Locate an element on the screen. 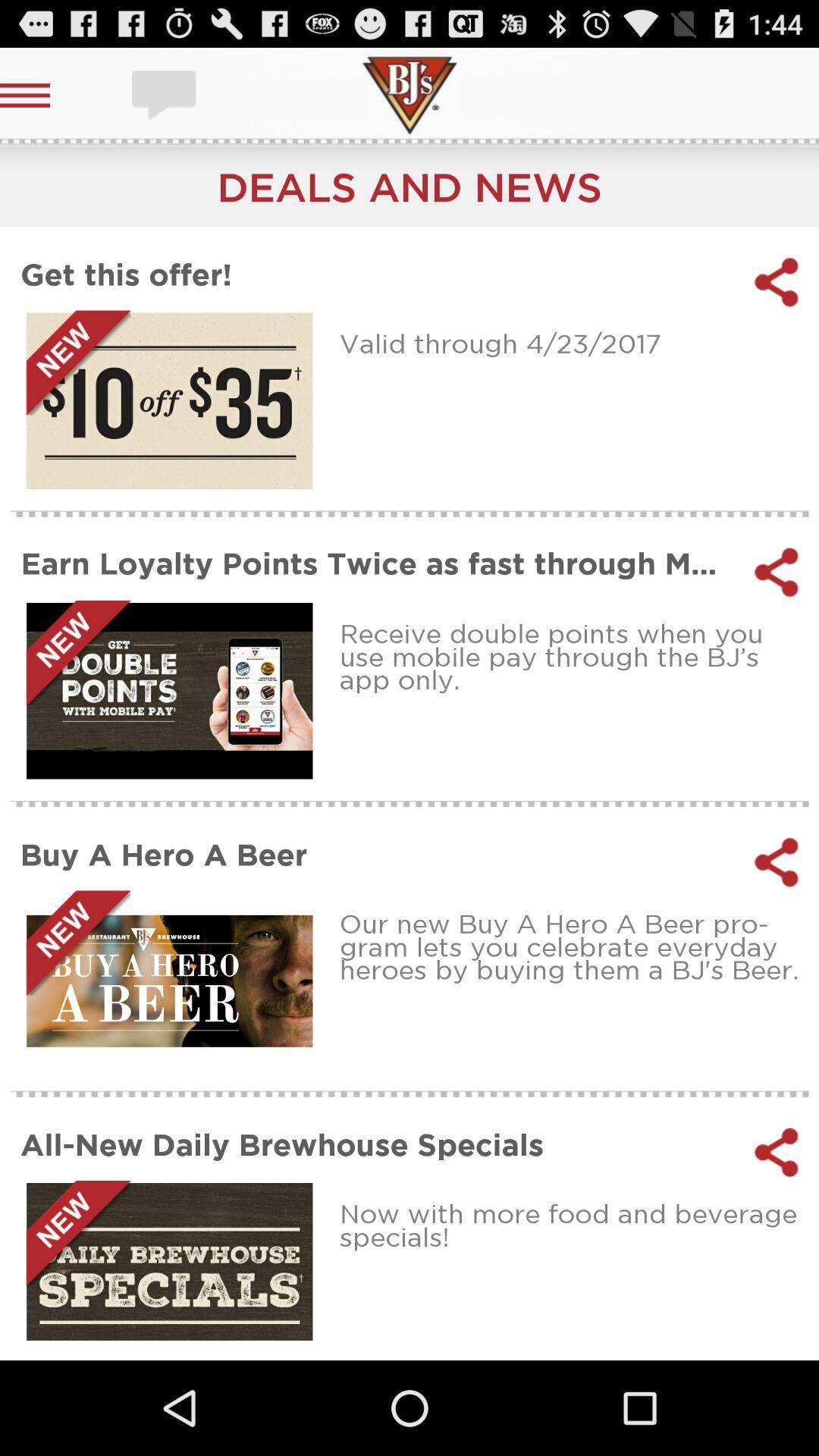 The height and width of the screenshot is (1456, 819). the all new daily icon is located at coordinates (376, 1144).